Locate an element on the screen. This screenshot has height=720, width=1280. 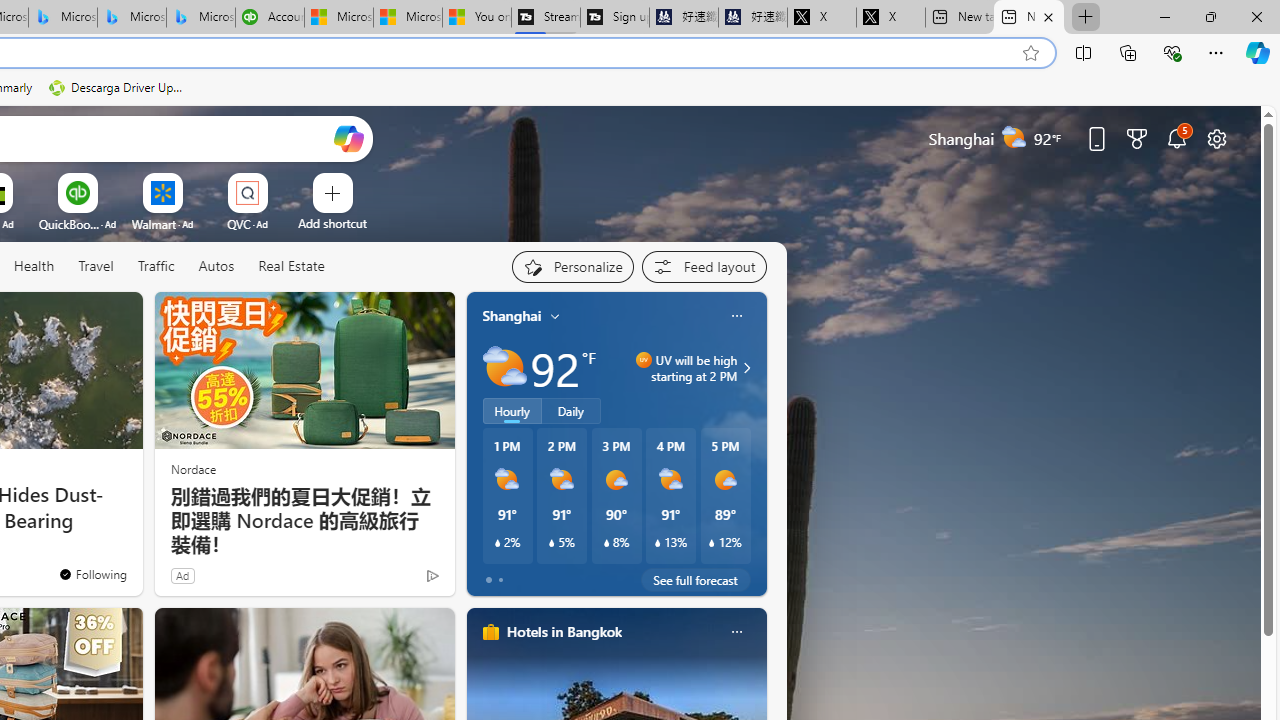
'Personalize your feed"' is located at coordinates (571, 266).